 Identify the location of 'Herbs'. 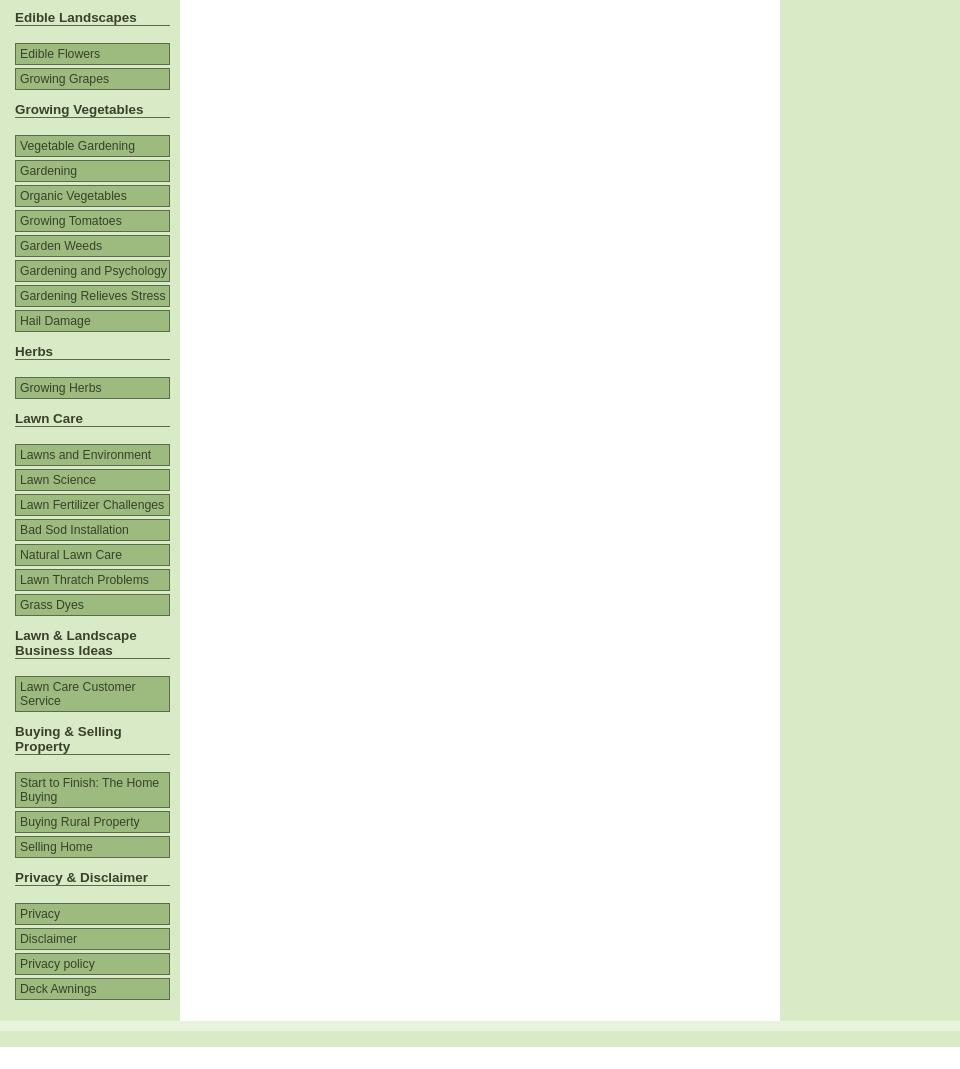
(13, 351).